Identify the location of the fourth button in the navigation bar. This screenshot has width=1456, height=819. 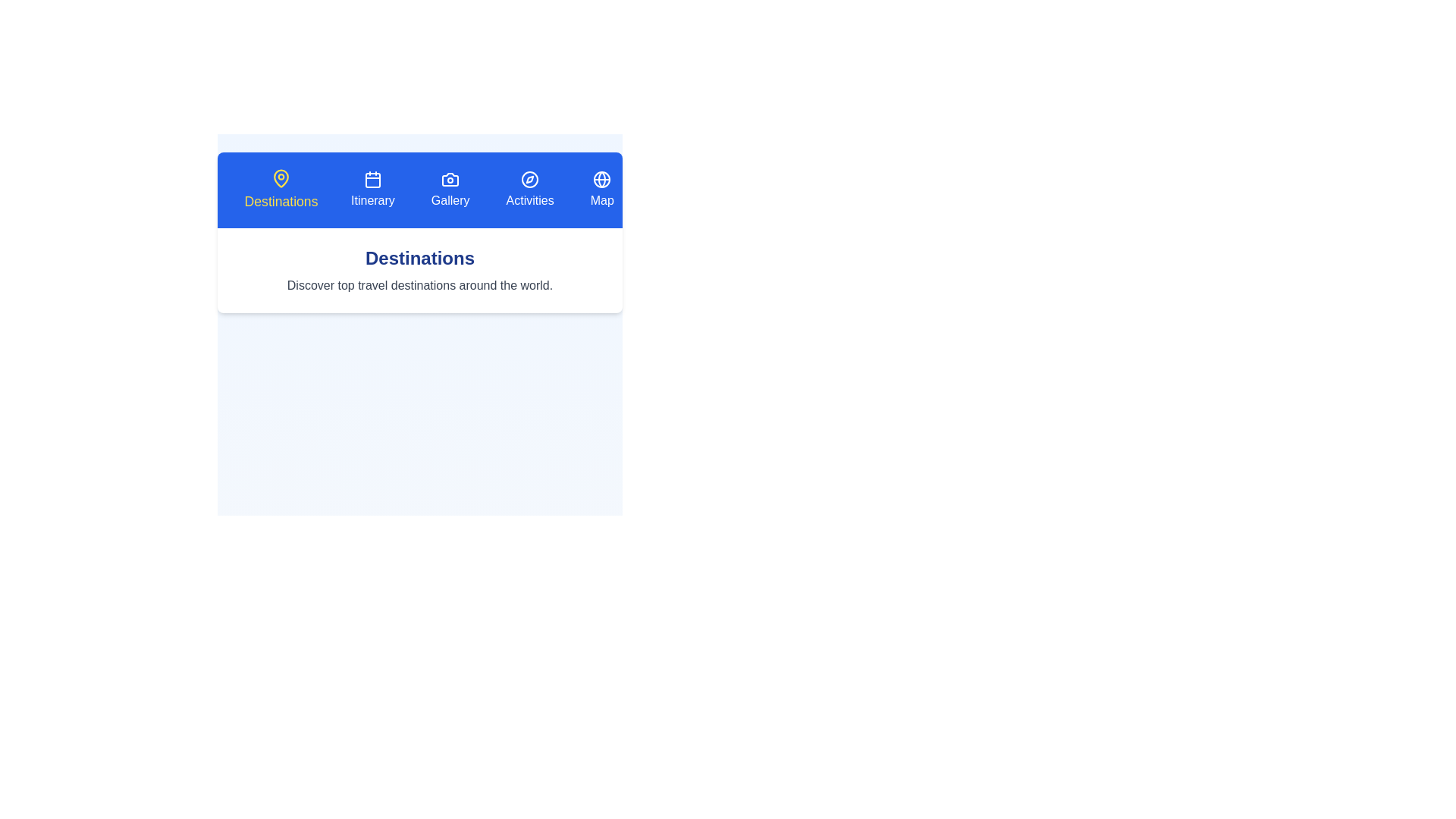
(530, 189).